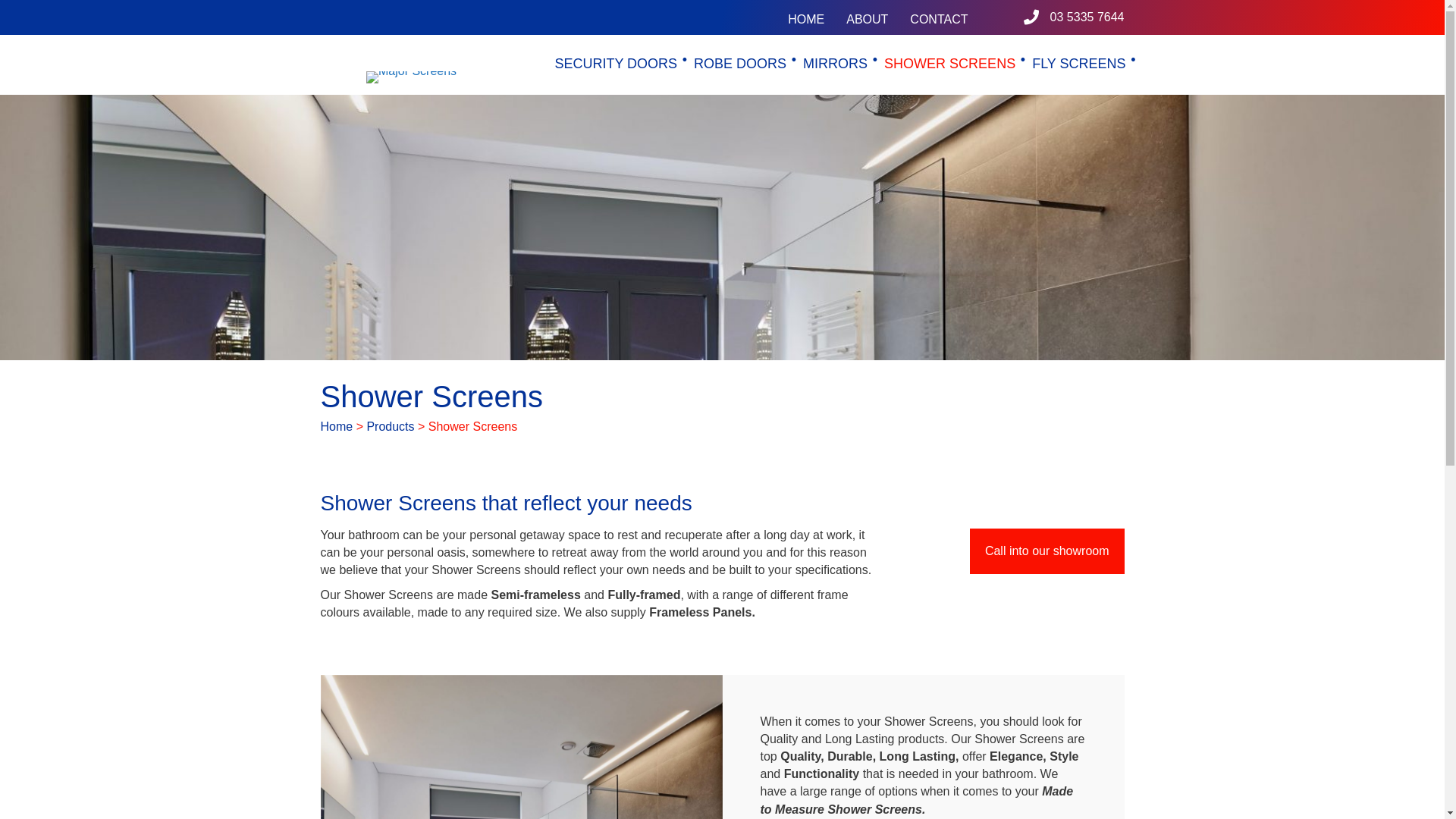 The width and height of the screenshot is (1456, 819). Describe the element at coordinates (1076, 62) in the screenshot. I see `'FLY SCREENS'` at that location.